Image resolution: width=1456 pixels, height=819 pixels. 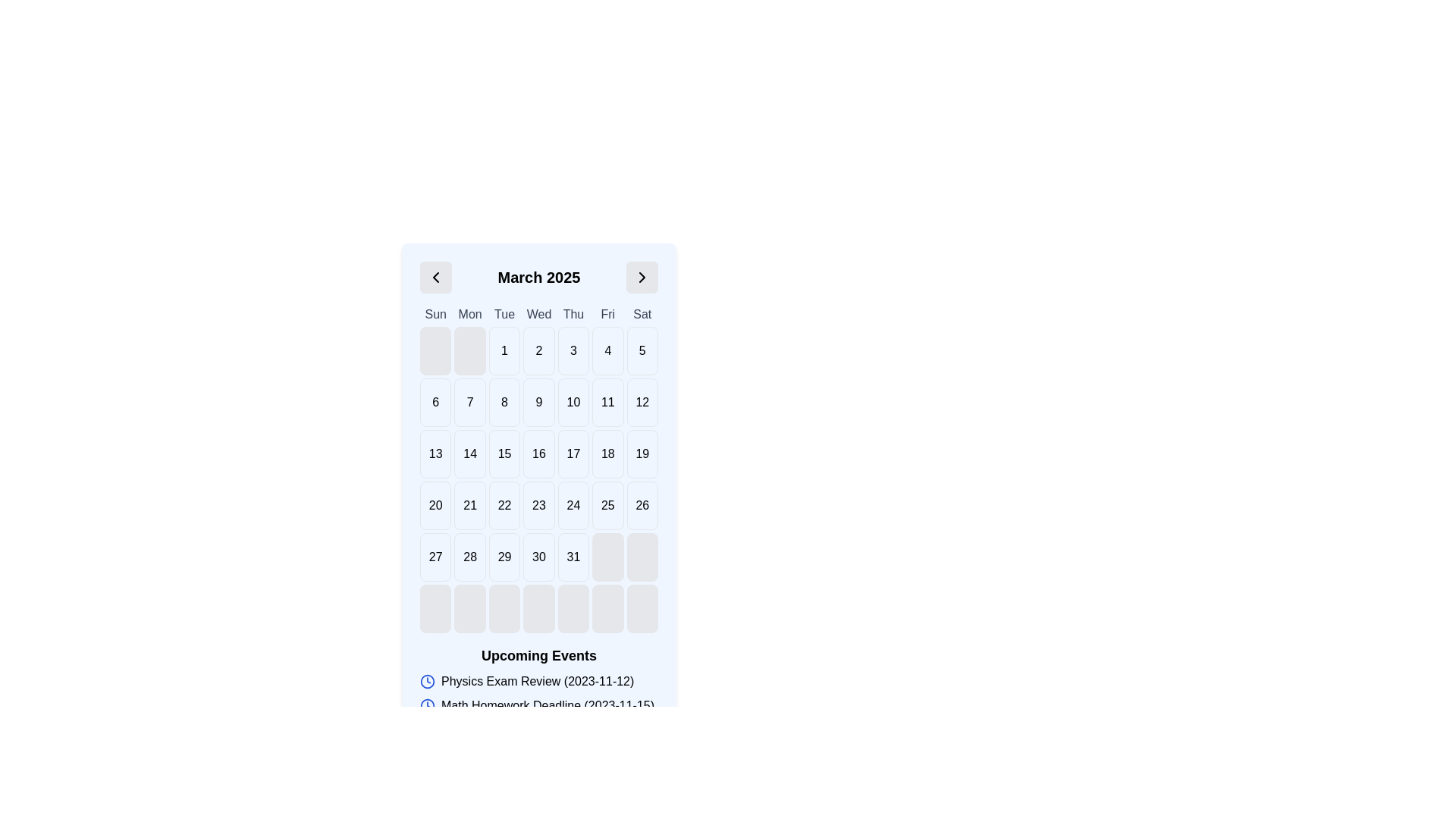 What do you see at coordinates (435, 453) in the screenshot?
I see `the grid cell displaying the number '13' in the calendar for March 2025` at bounding box center [435, 453].